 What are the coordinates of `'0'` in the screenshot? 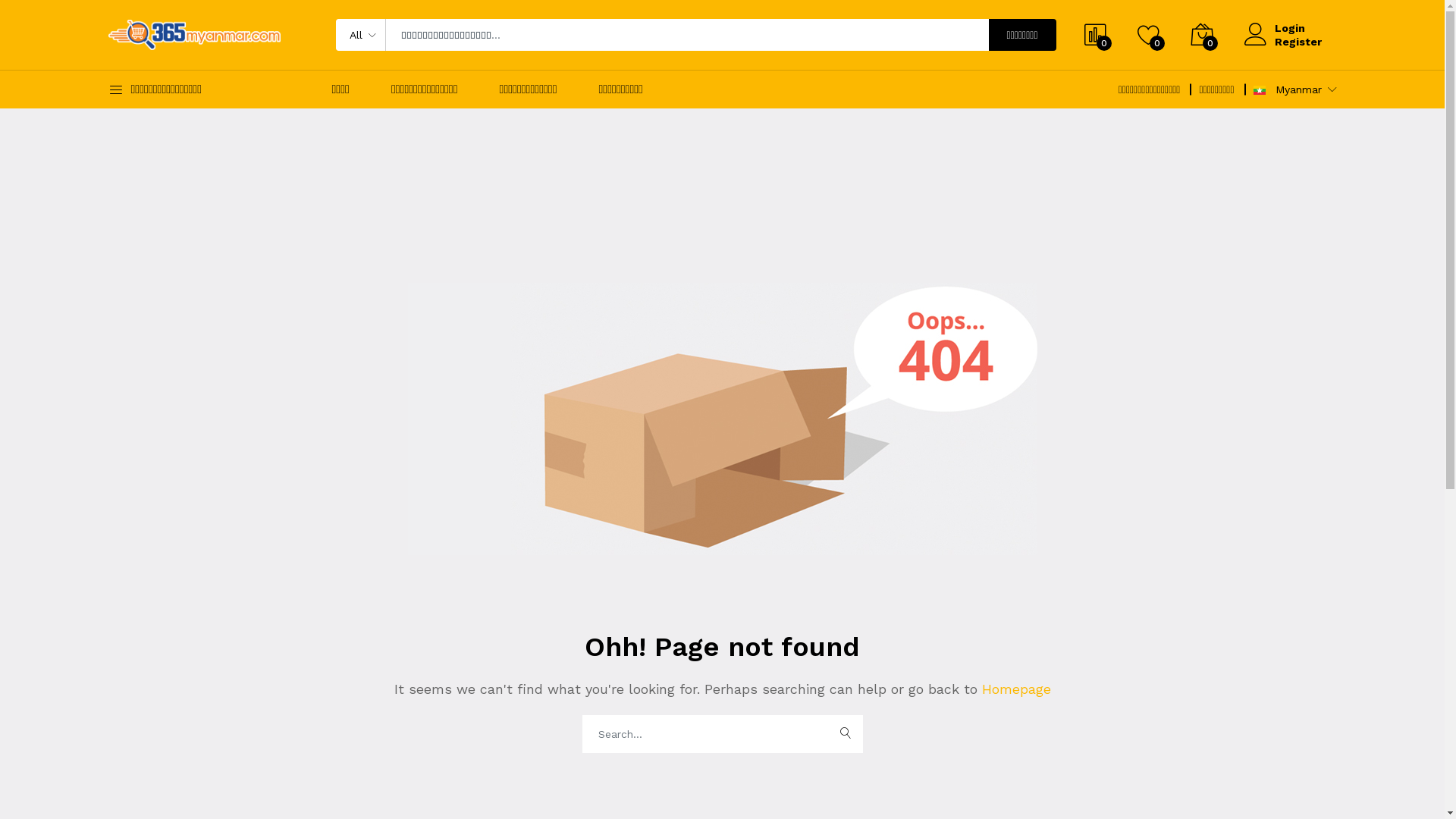 It's located at (1149, 34).